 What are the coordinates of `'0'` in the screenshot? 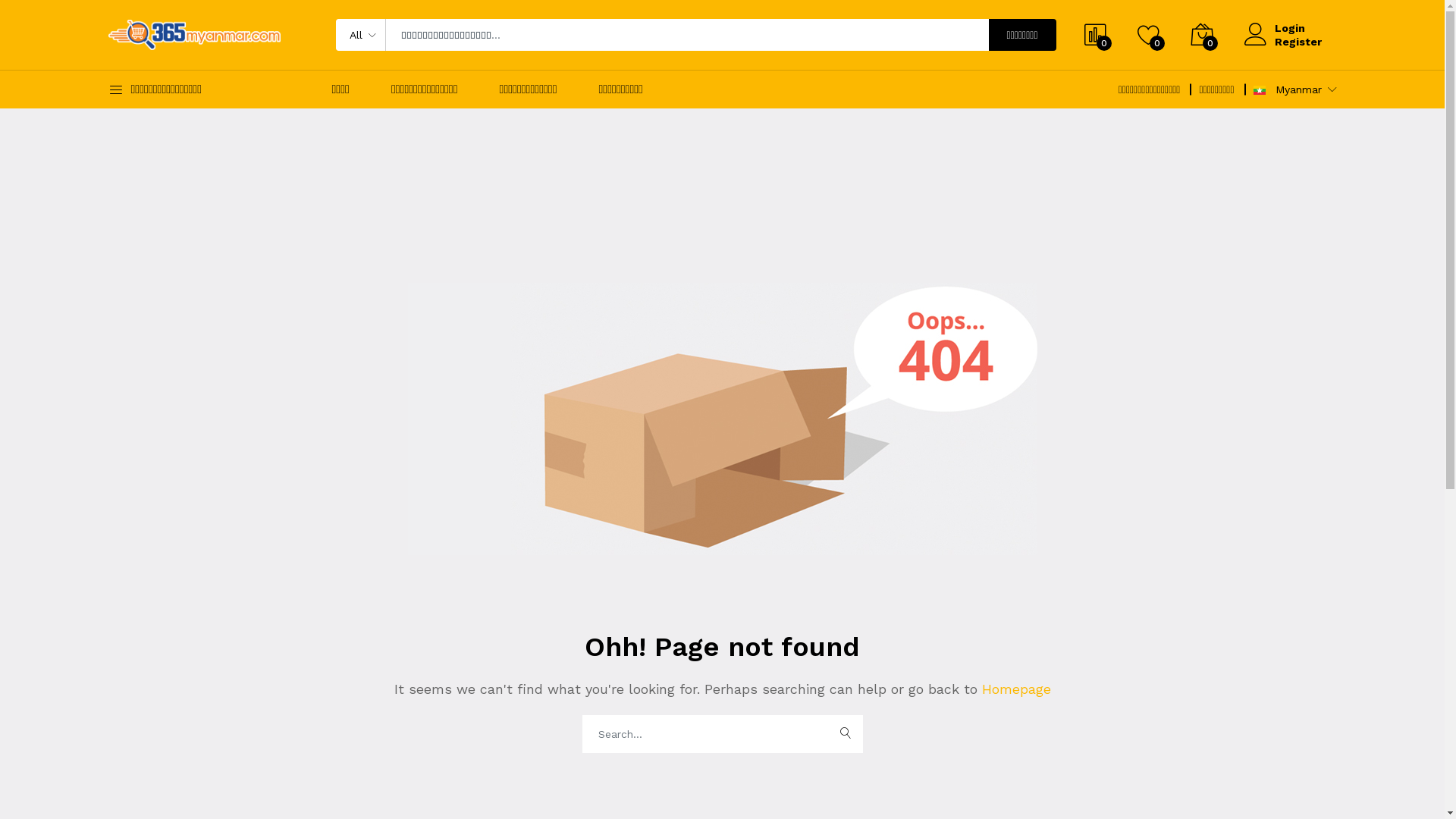 It's located at (1149, 34).